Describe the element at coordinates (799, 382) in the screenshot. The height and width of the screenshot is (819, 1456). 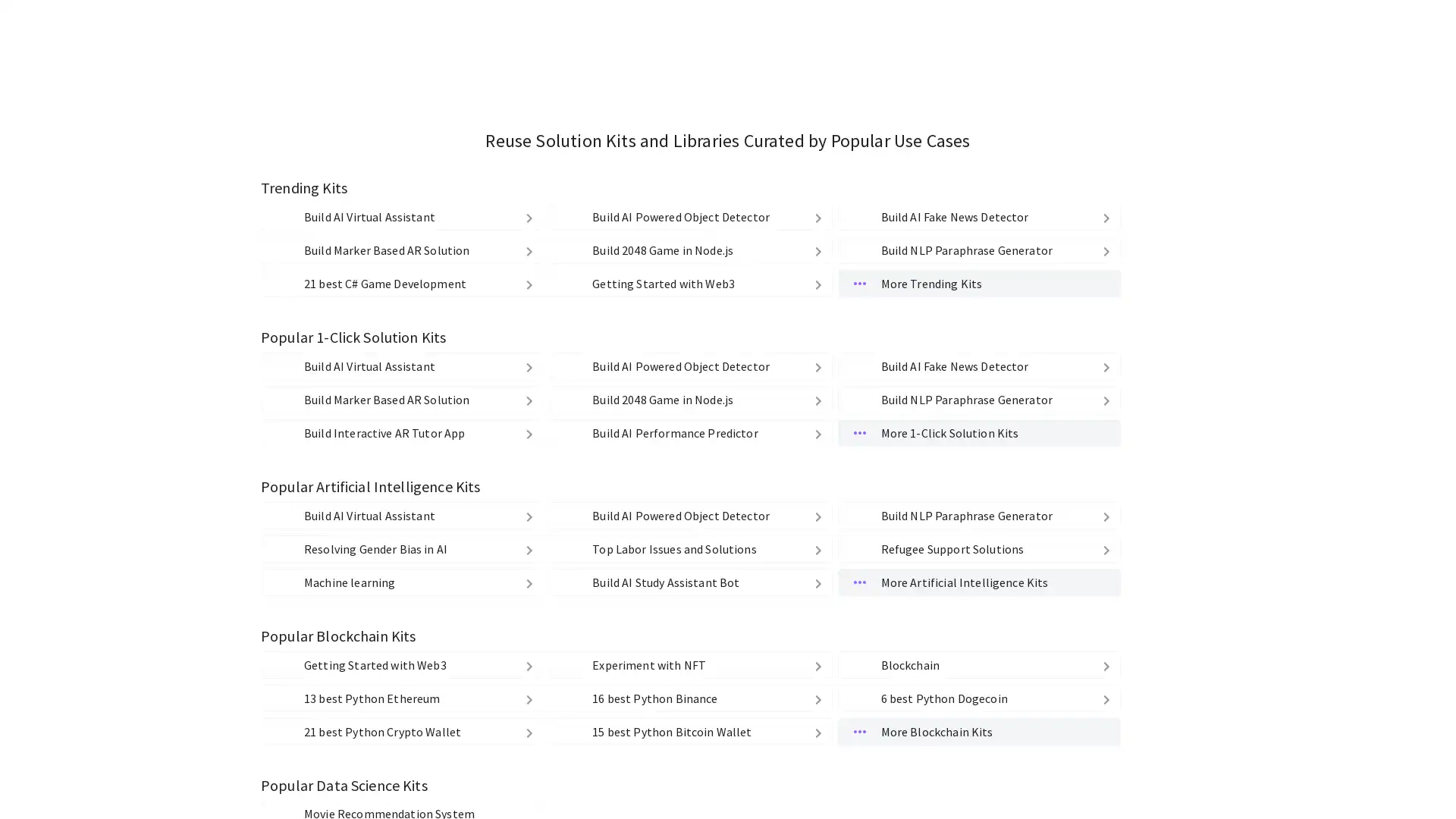
I see `Medium` at that location.